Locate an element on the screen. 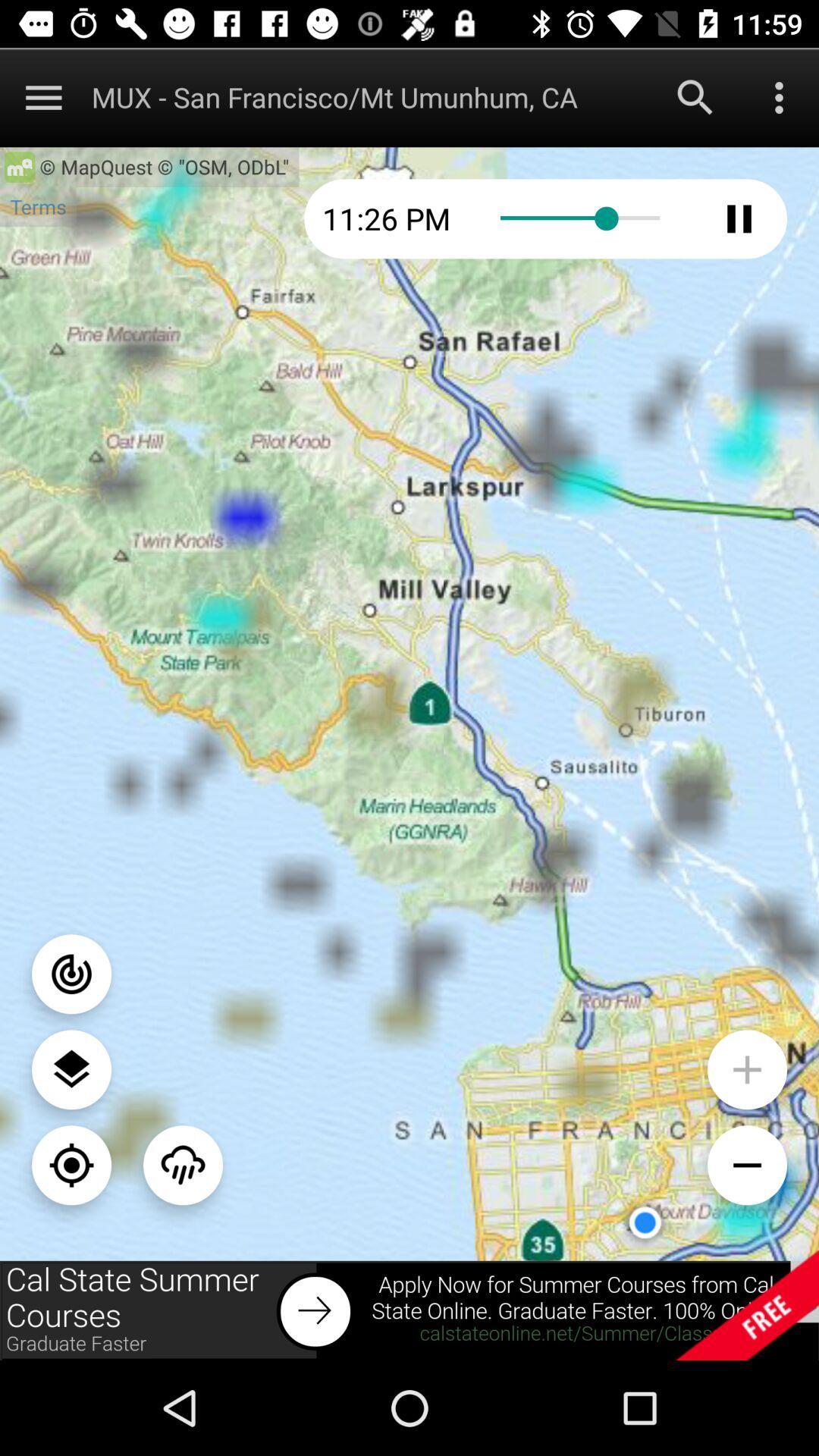 The image size is (819, 1456). pause audio is located at coordinates (739, 218).